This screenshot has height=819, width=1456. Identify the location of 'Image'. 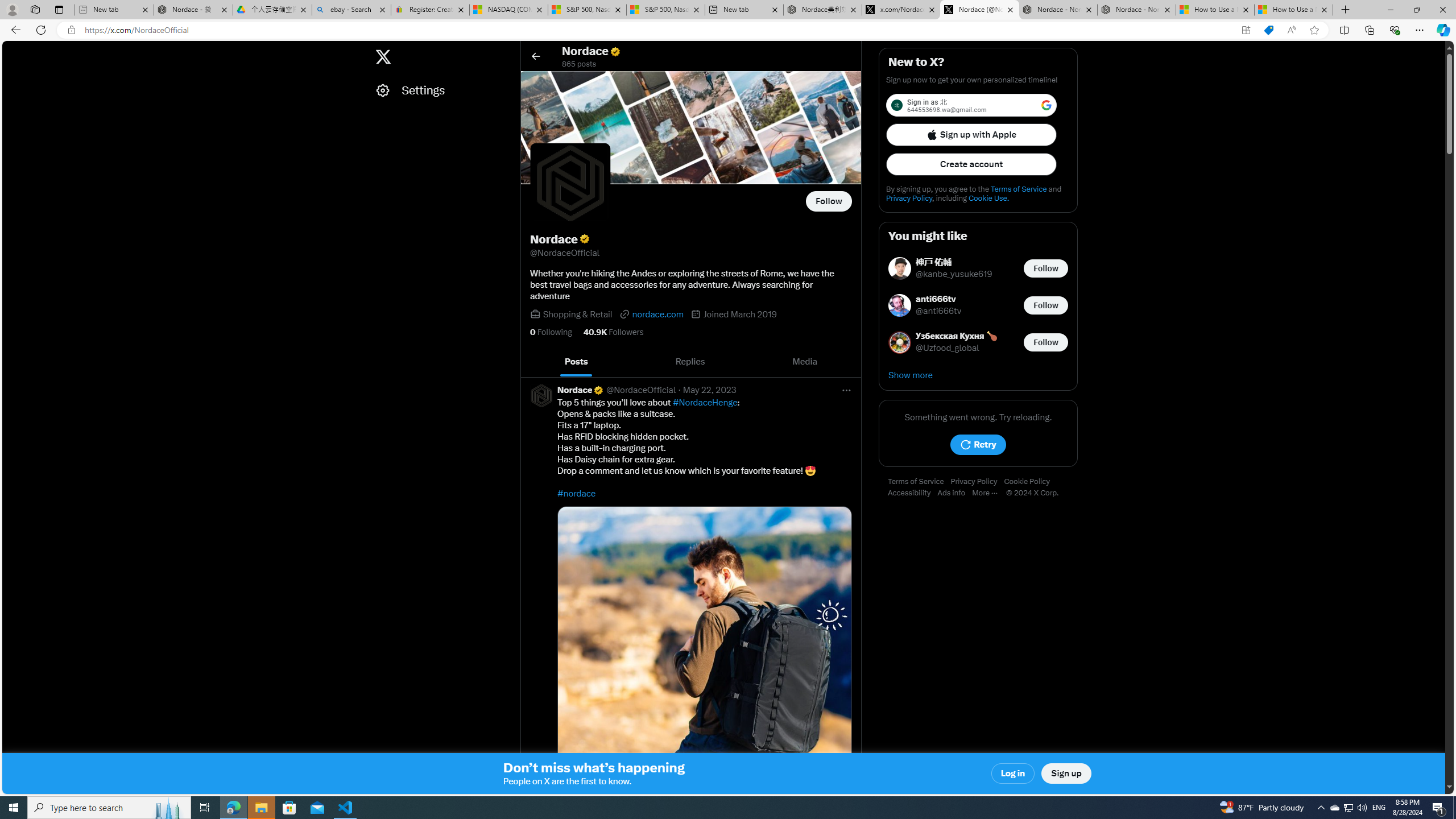
(705, 653).